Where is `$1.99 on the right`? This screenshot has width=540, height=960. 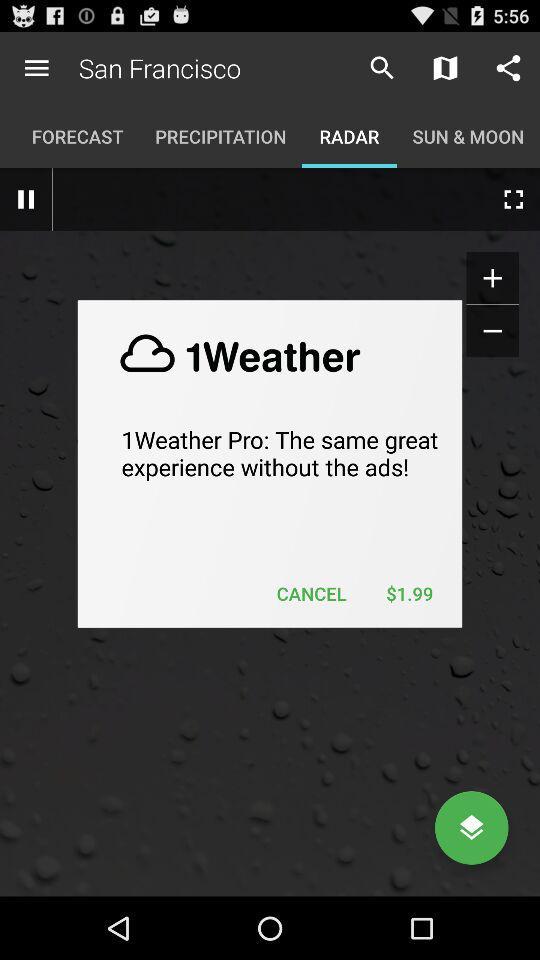 $1.99 on the right is located at coordinates (408, 593).